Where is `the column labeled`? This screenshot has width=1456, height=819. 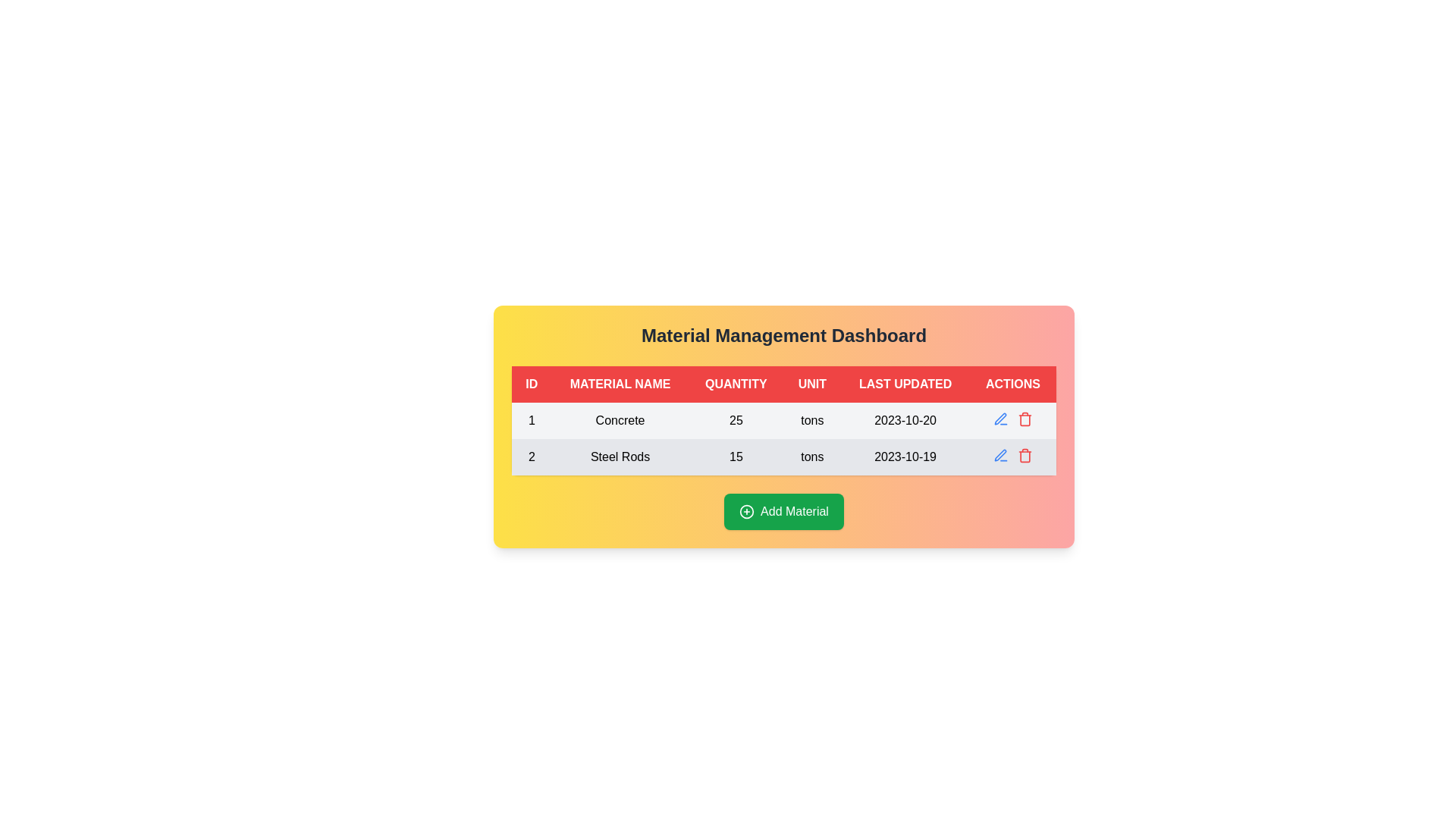
the column labeled is located at coordinates (811, 383).